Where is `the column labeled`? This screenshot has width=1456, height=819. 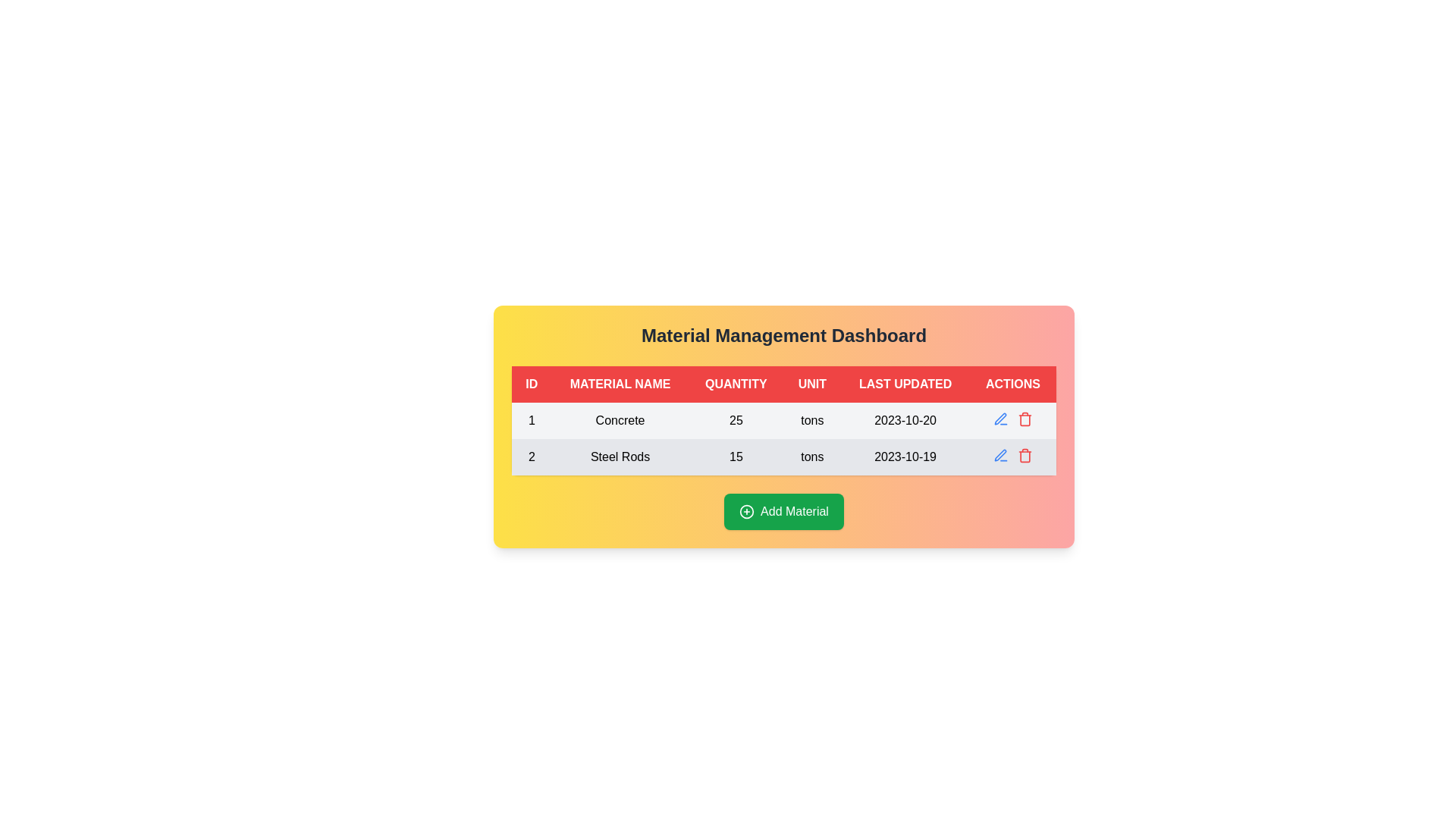
the column labeled is located at coordinates (811, 383).